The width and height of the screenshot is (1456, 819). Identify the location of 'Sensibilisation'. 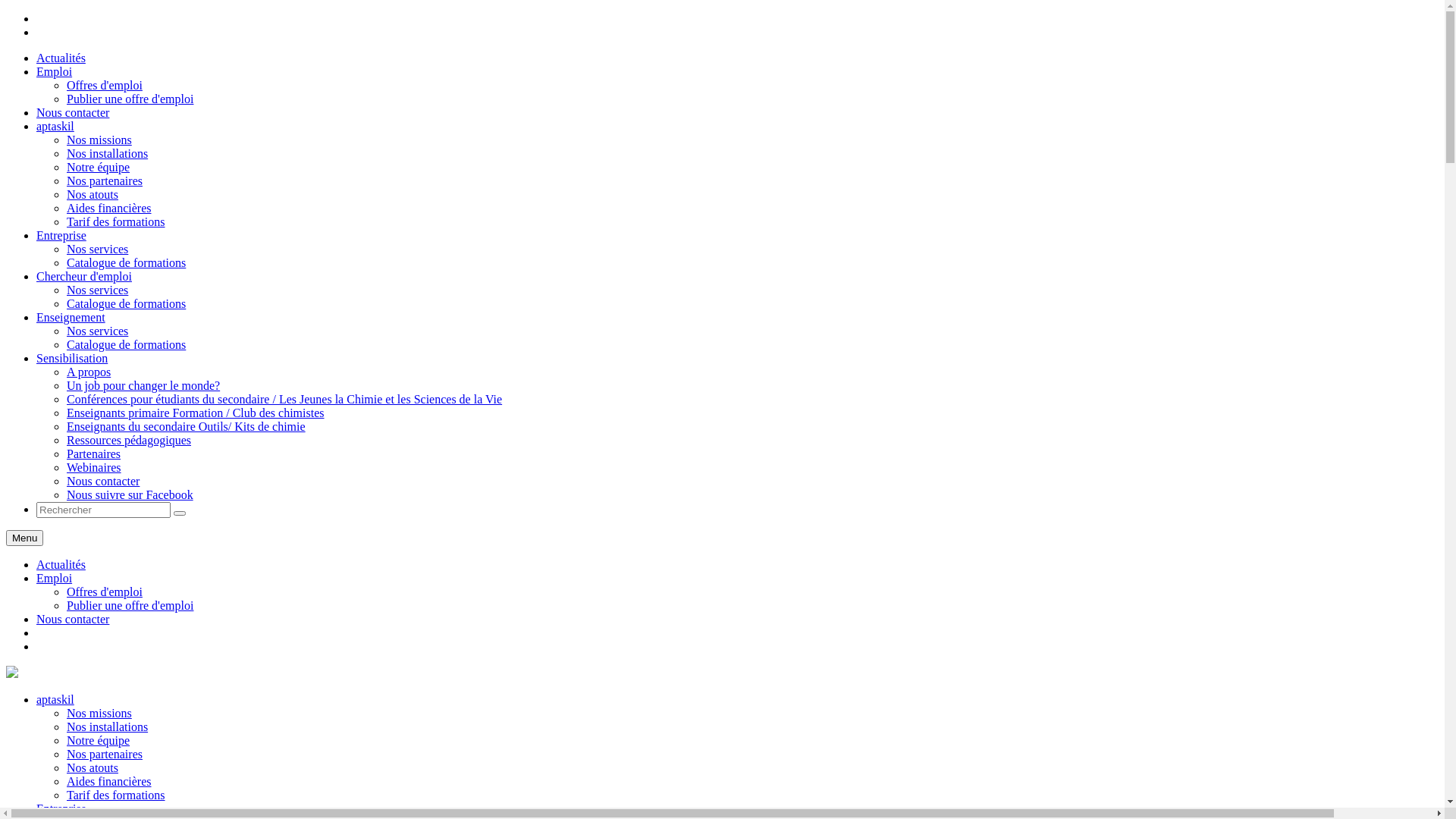
(71, 358).